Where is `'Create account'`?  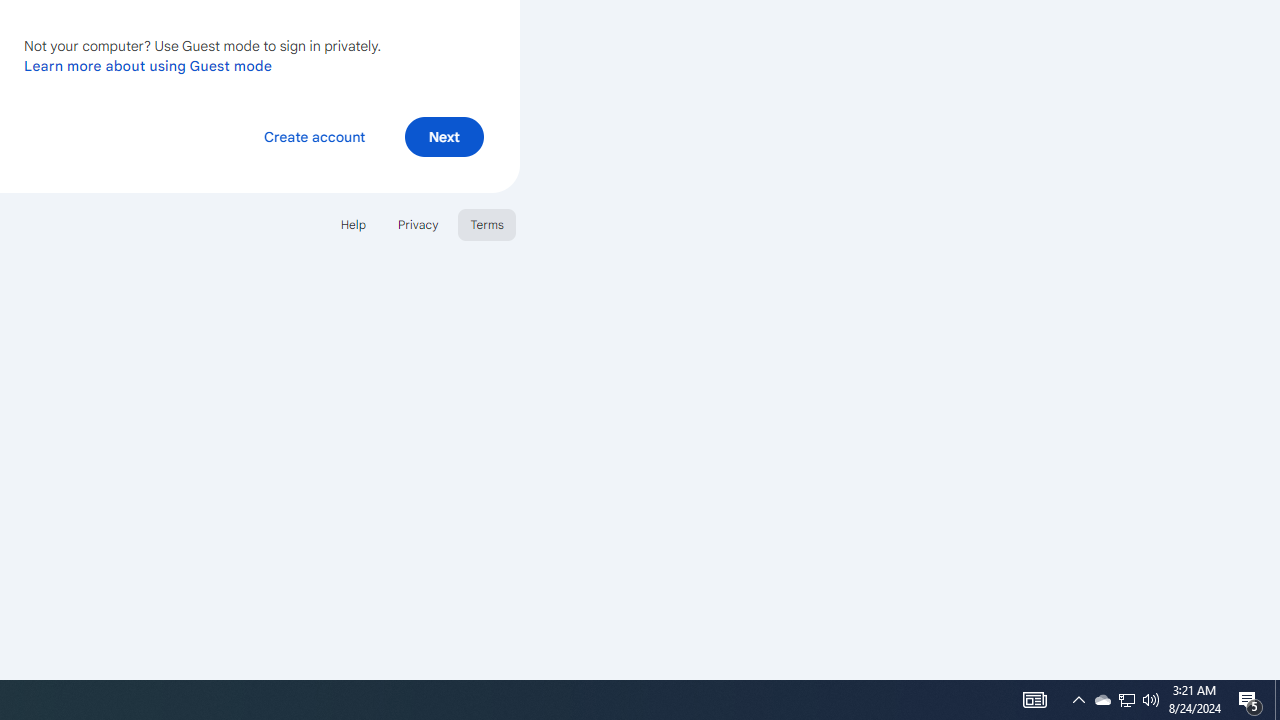 'Create account' is located at coordinates (313, 135).